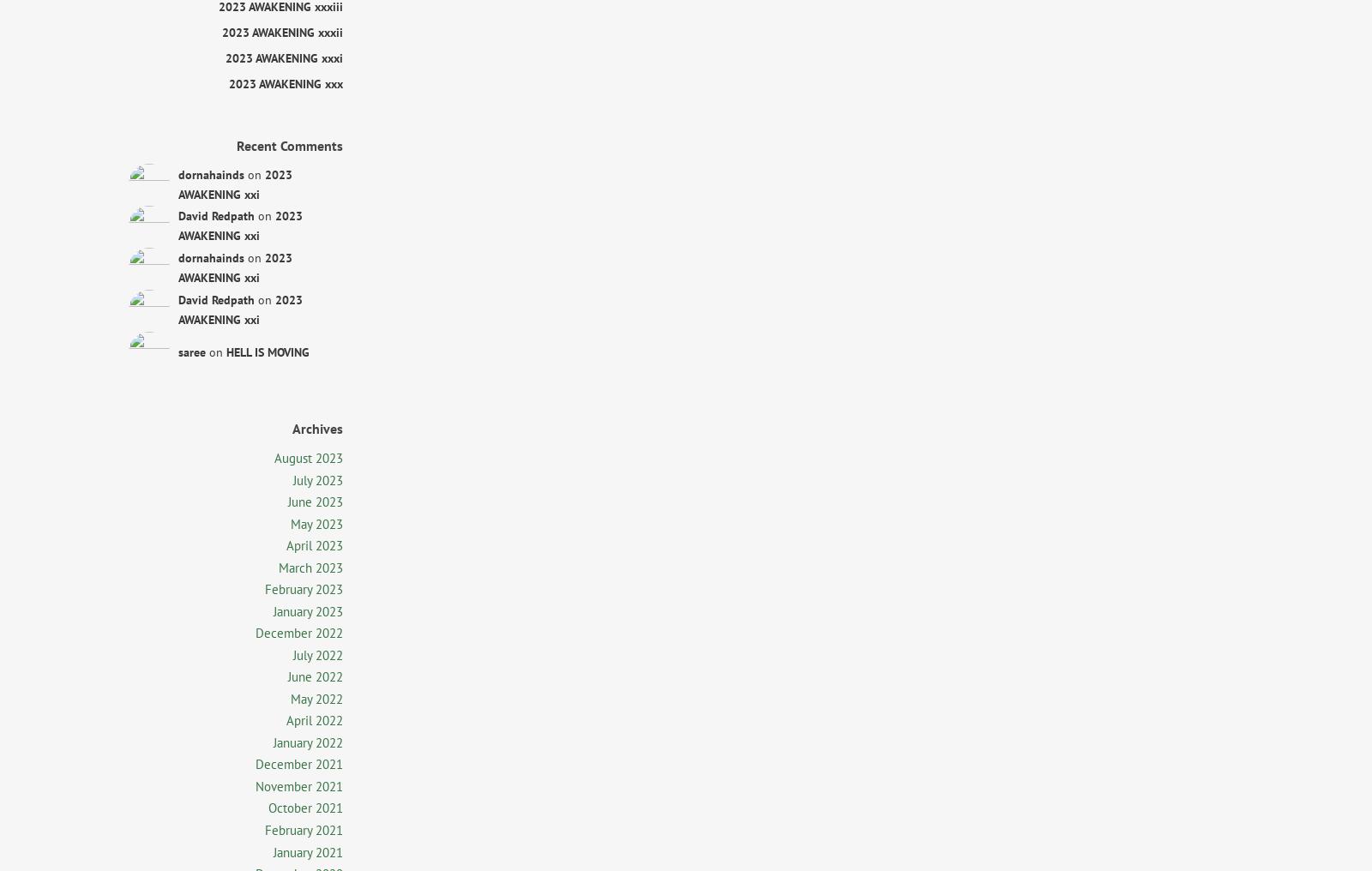 The height and width of the screenshot is (871, 1372). Describe the element at coordinates (304, 829) in the screenshot. I see `'February 2021'` at that location.